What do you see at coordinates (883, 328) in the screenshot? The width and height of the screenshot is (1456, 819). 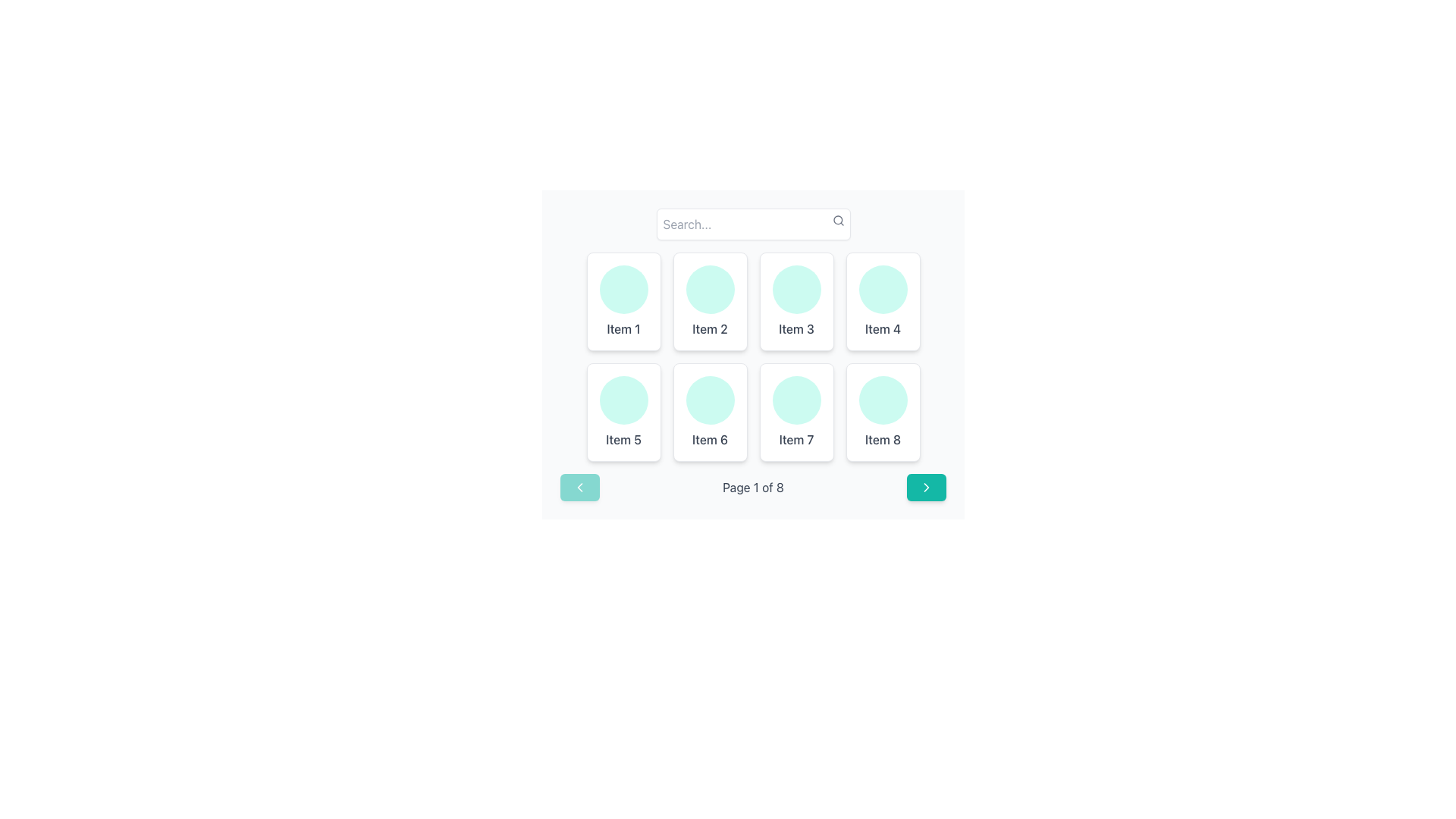 I see `the 'Item 4' text element displayed in medium gray font, located below the circular graphic in the second column of the grid layout` at bounding box center [883, 328].